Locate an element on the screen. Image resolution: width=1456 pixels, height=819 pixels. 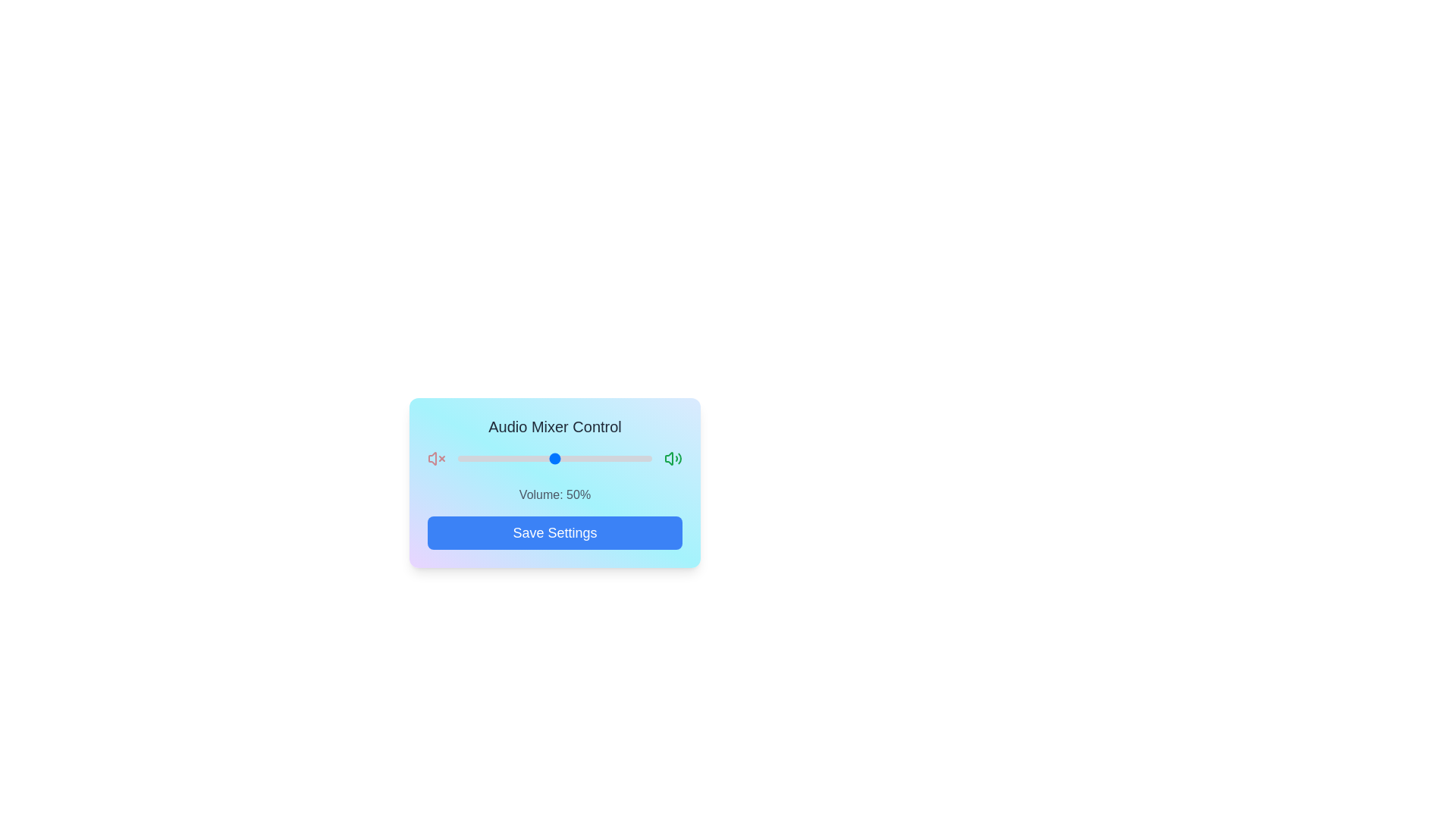
the volume slider to set the volume to 69% is located at coordinates (591, 458).